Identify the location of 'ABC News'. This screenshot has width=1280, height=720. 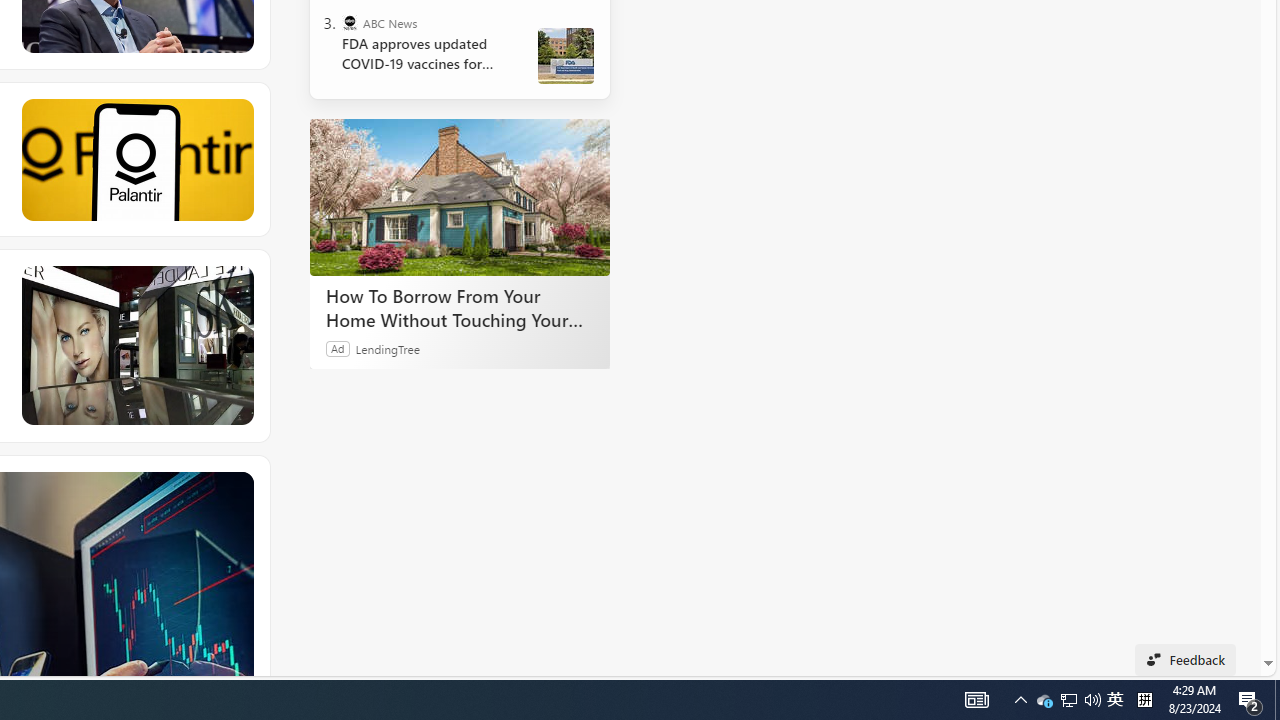
(350, 23).